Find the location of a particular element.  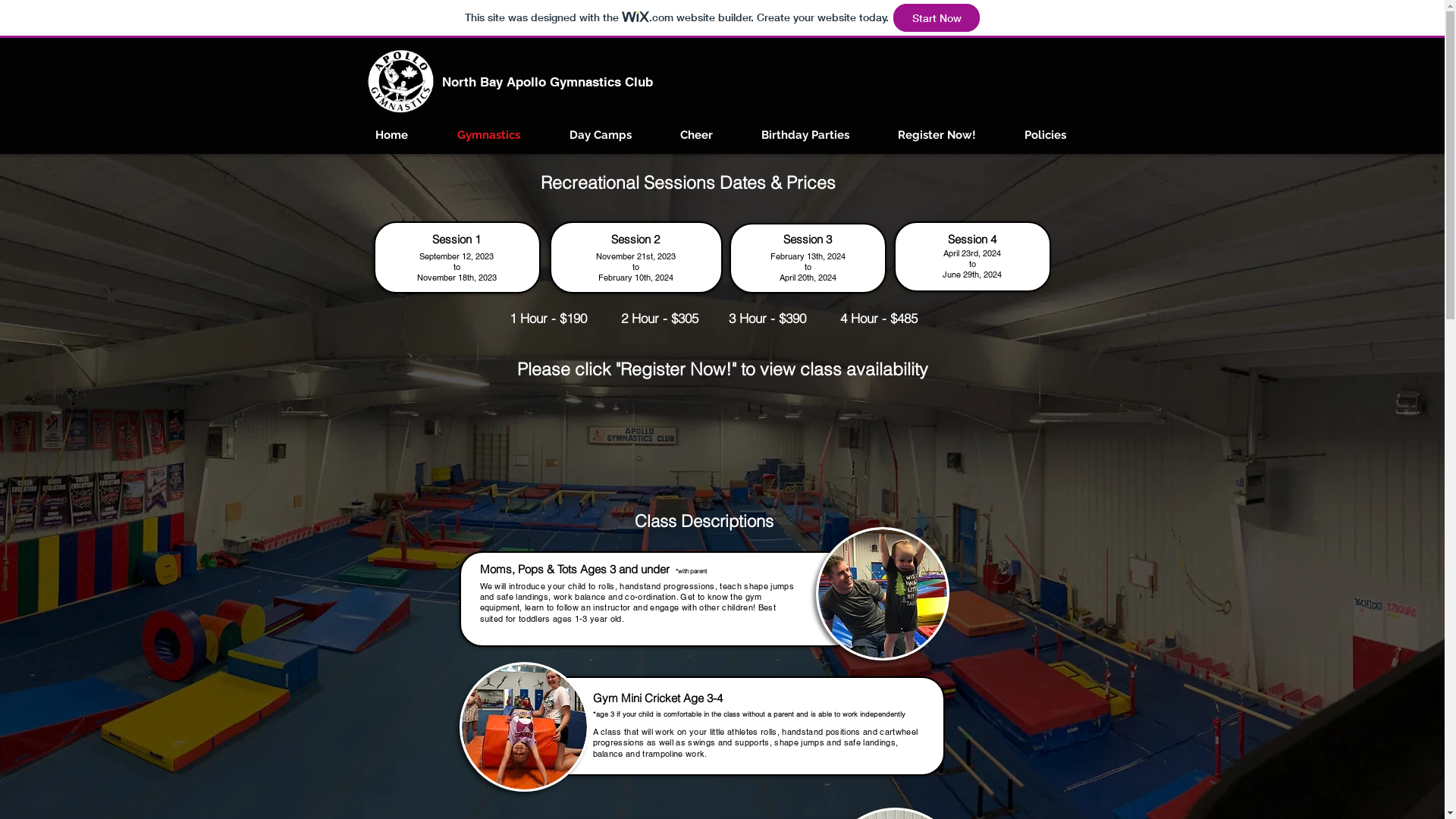

'Day Camps' is located at coordinates (599, 133).